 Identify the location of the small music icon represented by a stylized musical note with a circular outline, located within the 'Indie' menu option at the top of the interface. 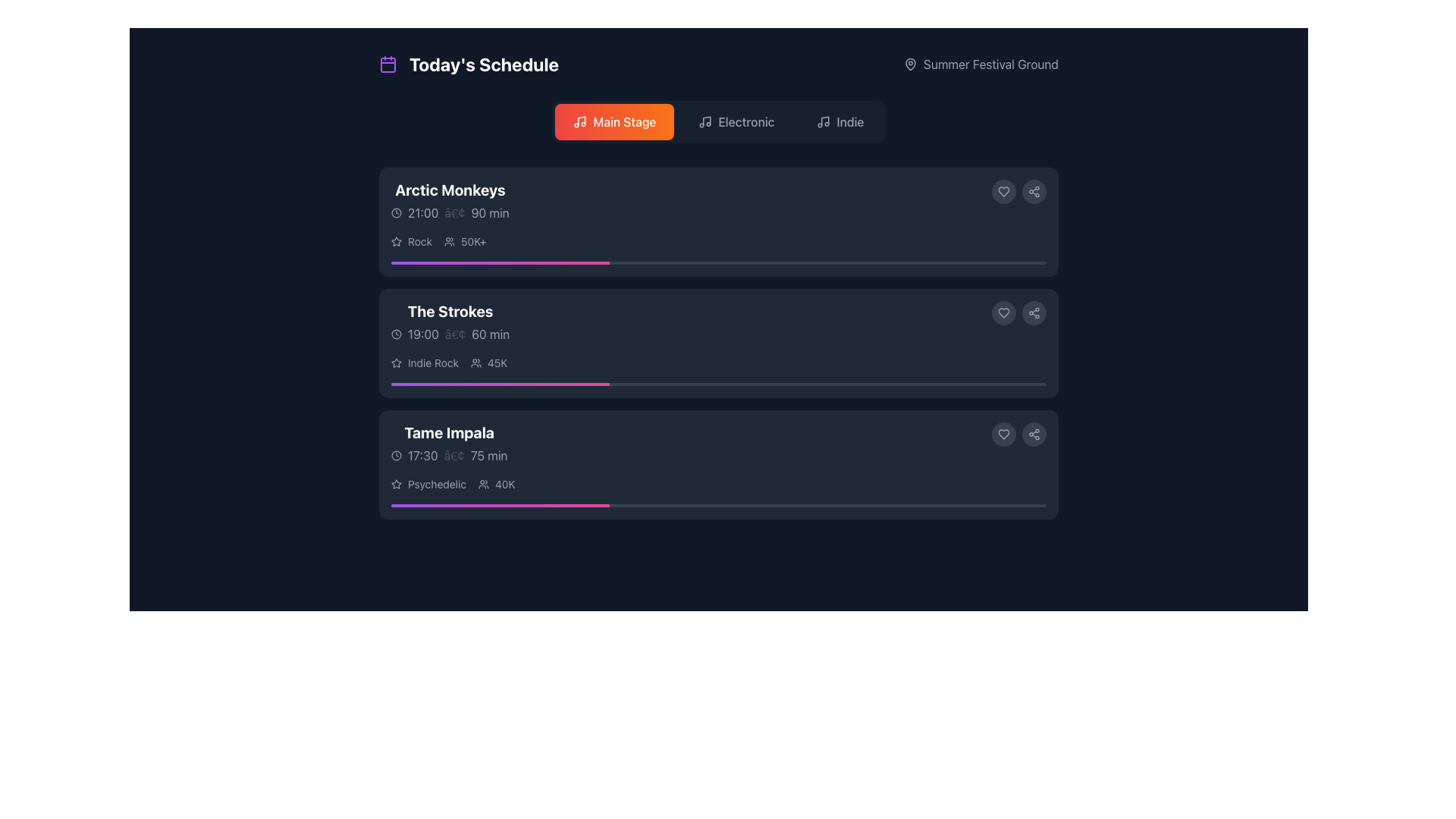
(823, 121).